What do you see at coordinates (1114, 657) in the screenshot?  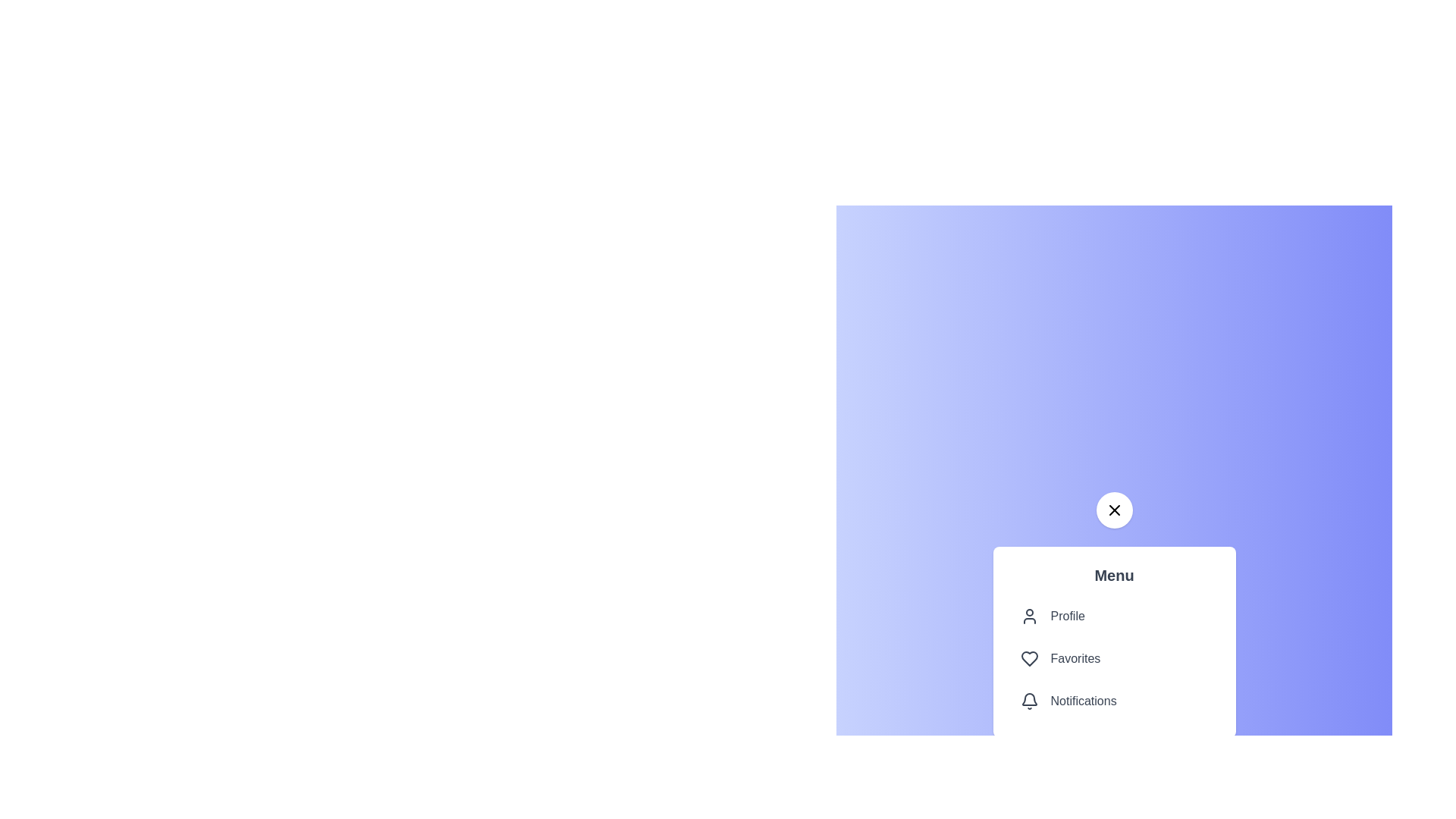 I see `the menu option Favorites by clicking on it` at bounding box center [1114, 657].